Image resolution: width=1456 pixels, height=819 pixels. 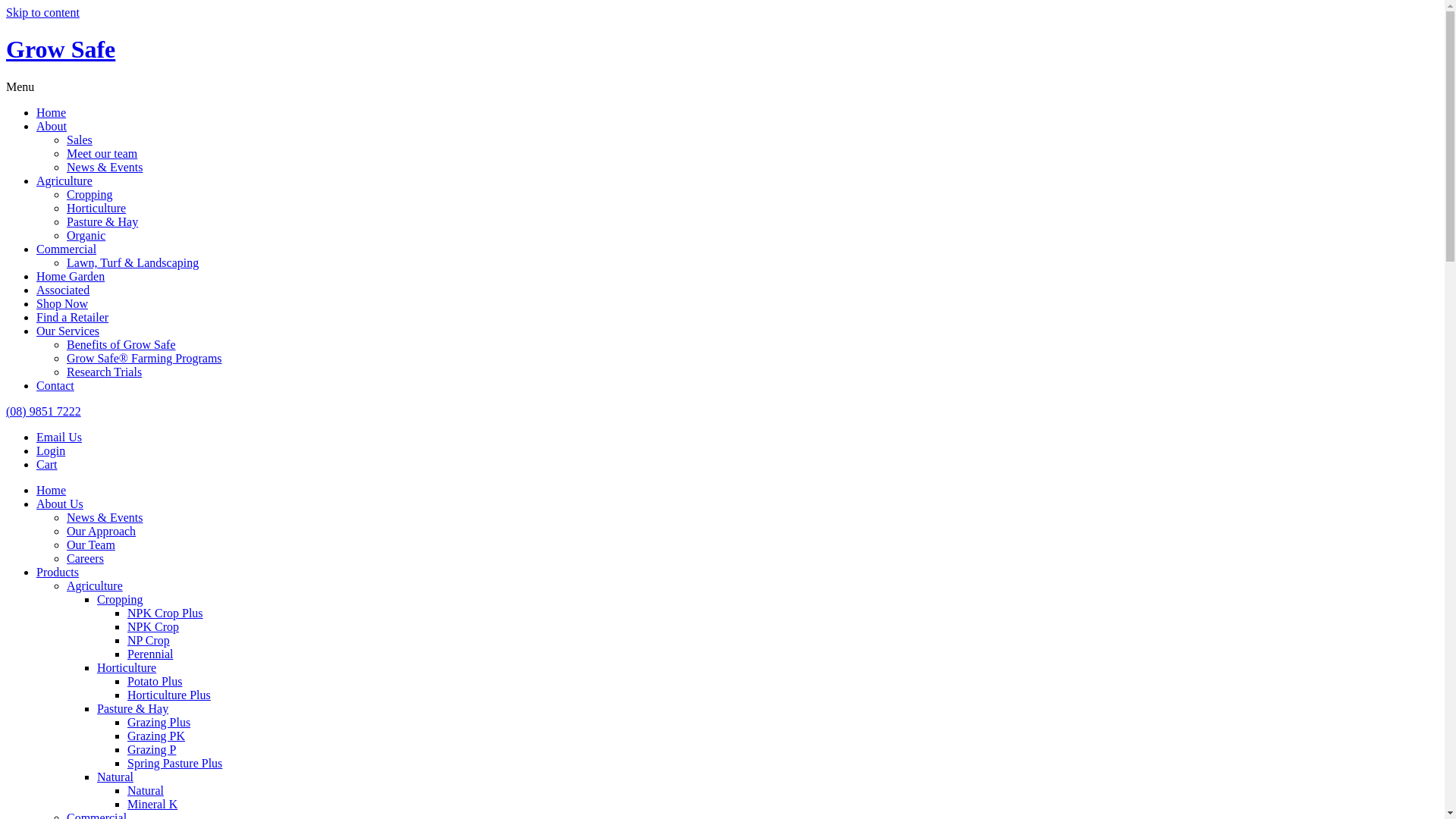 I want to click on 'Mineral K', so click(x=152, y=803).